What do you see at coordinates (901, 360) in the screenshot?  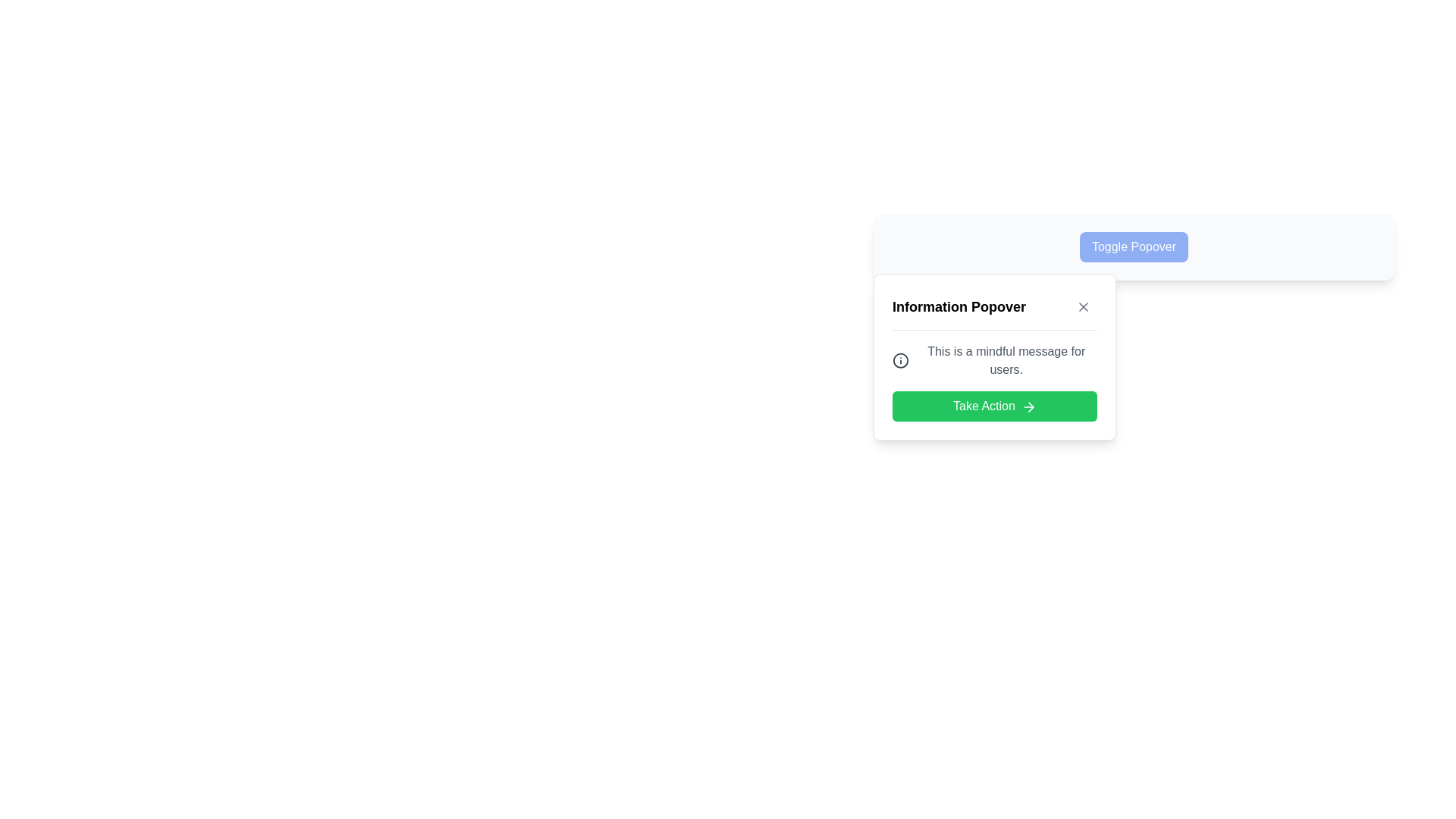 I see `circular vector graphic element that serves as a visual indicator within the 'Information Popover' modal by opening the browser's developer tools` at bounding box center [901, 360].